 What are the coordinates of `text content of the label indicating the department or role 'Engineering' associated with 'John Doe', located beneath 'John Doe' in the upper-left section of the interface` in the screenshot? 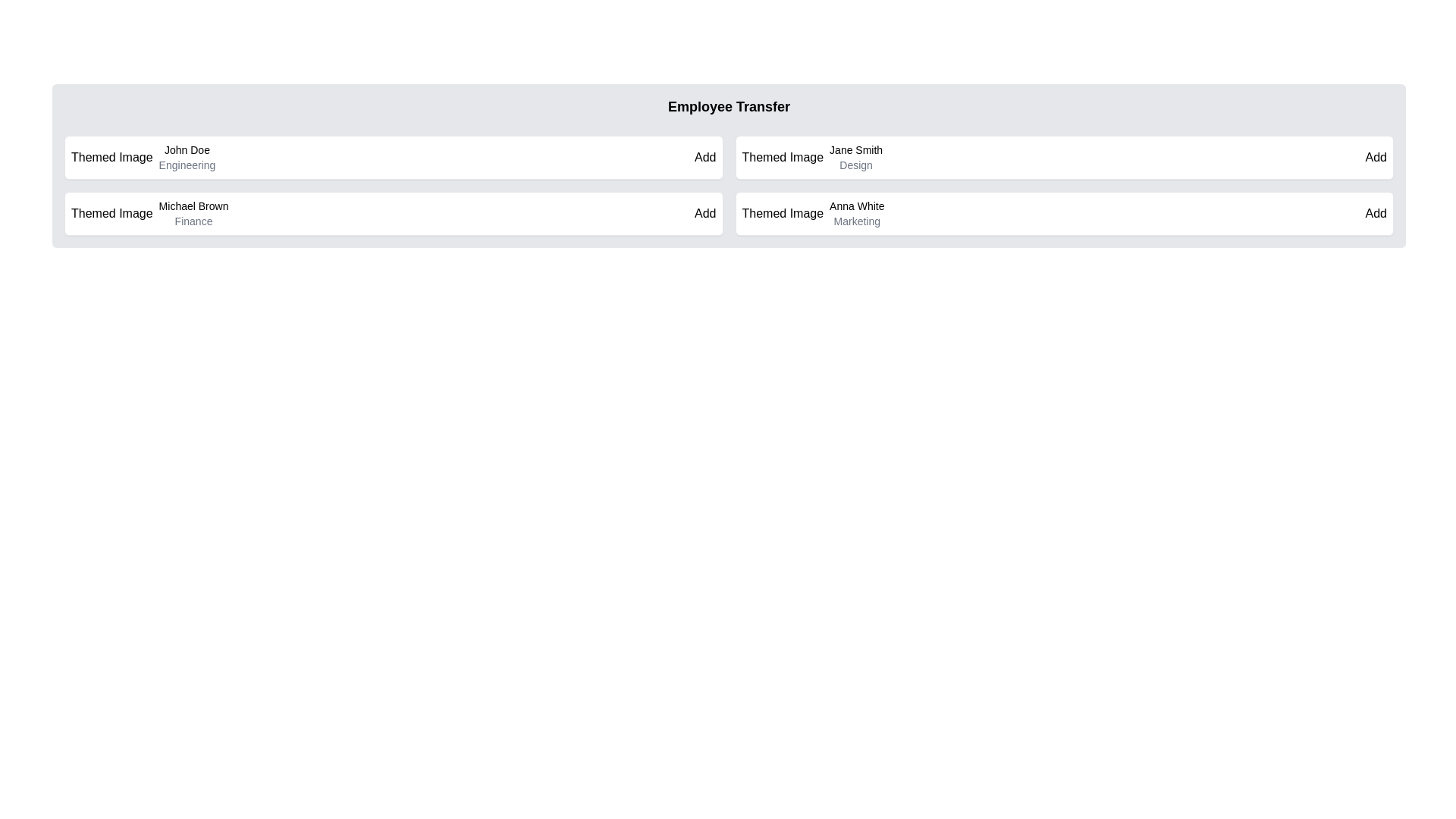 It's located at (186, 165).